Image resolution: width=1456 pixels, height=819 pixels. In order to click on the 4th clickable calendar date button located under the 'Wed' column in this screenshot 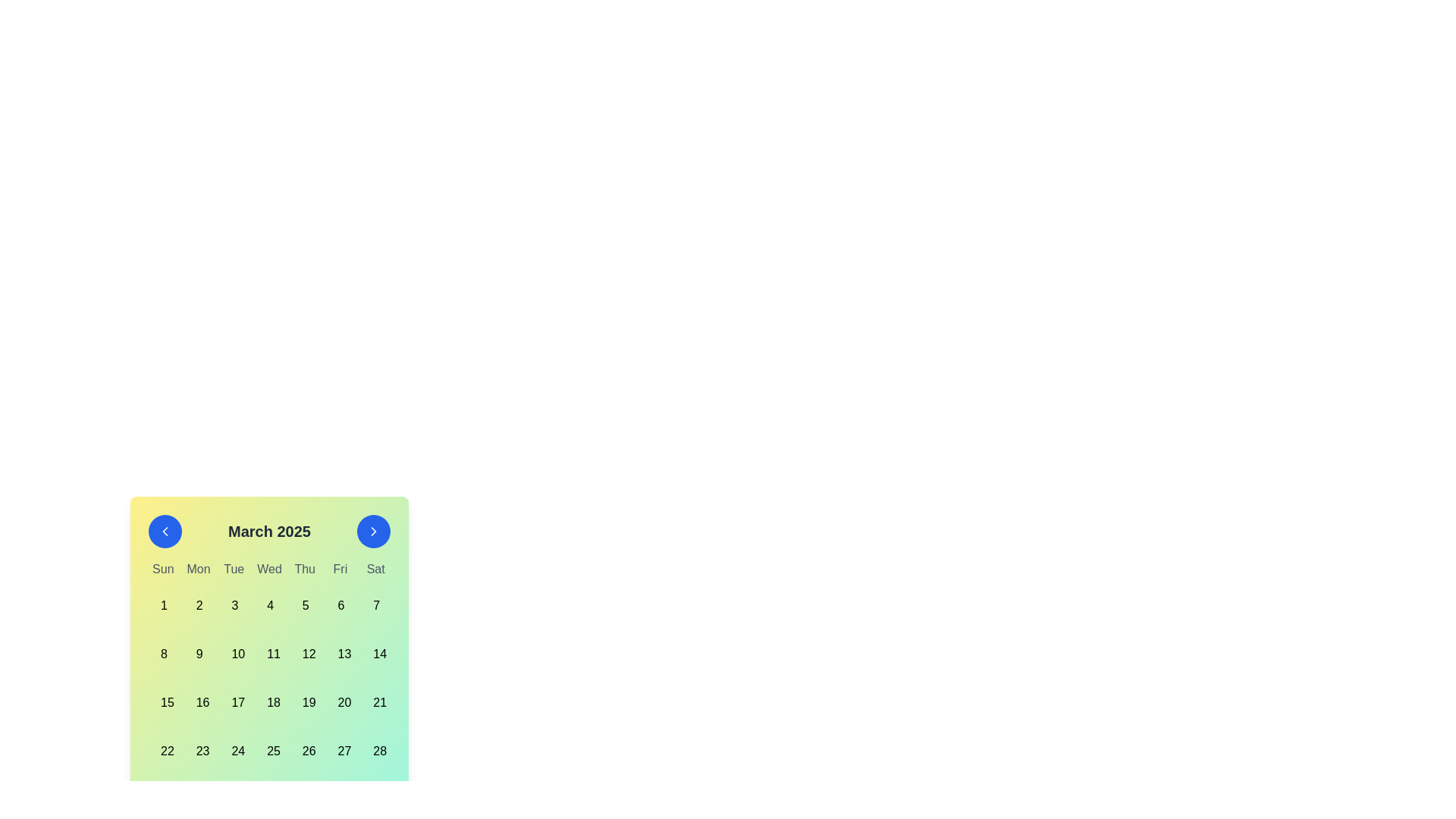, I will do `click(269, 604)`.